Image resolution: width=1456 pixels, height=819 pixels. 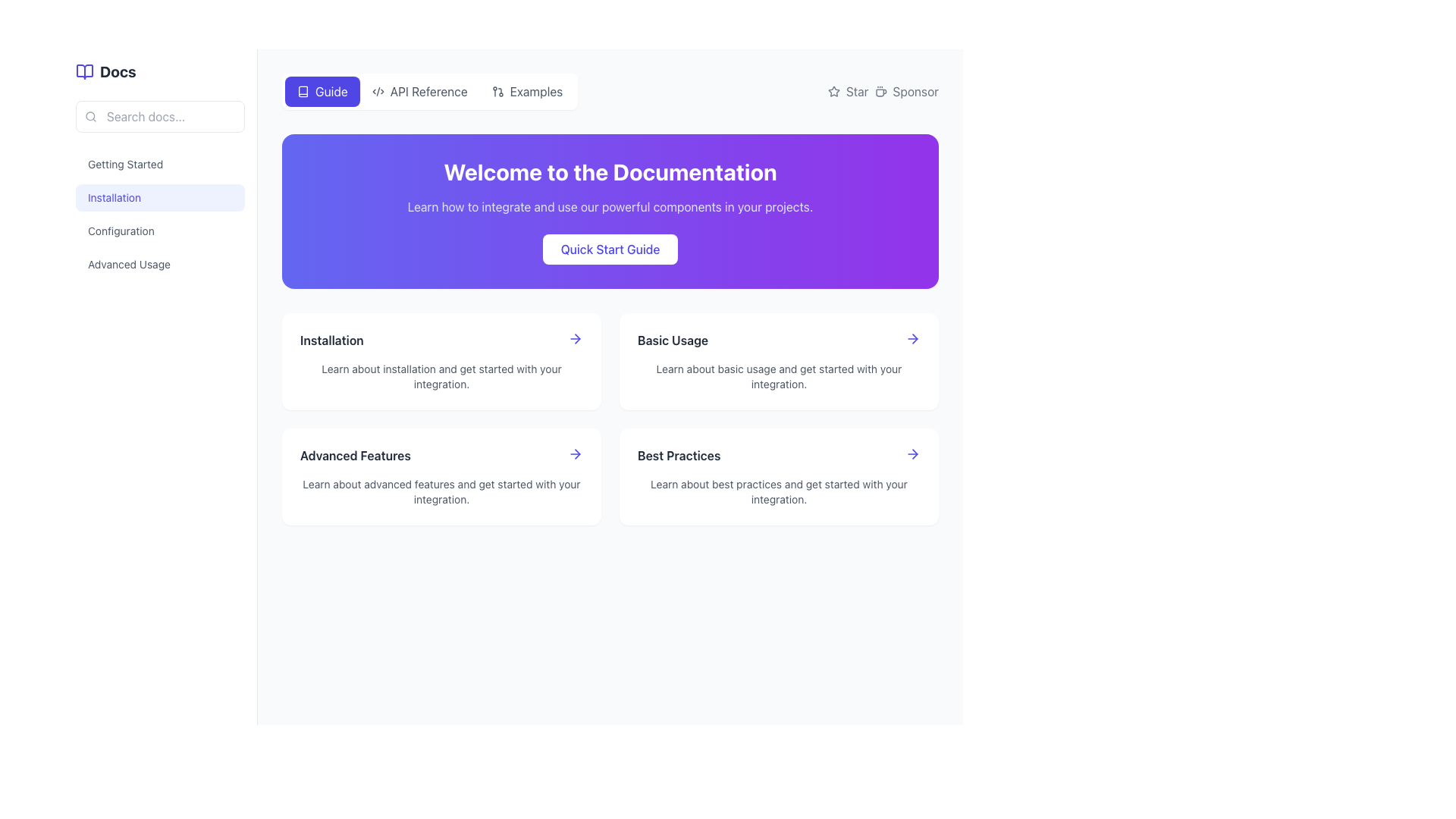 What do you see at coordinates (428, 91) in the screenshot?
I see `the 'API Reference' text label within the horizontal navigation bar` at bounding box center [428, 91].